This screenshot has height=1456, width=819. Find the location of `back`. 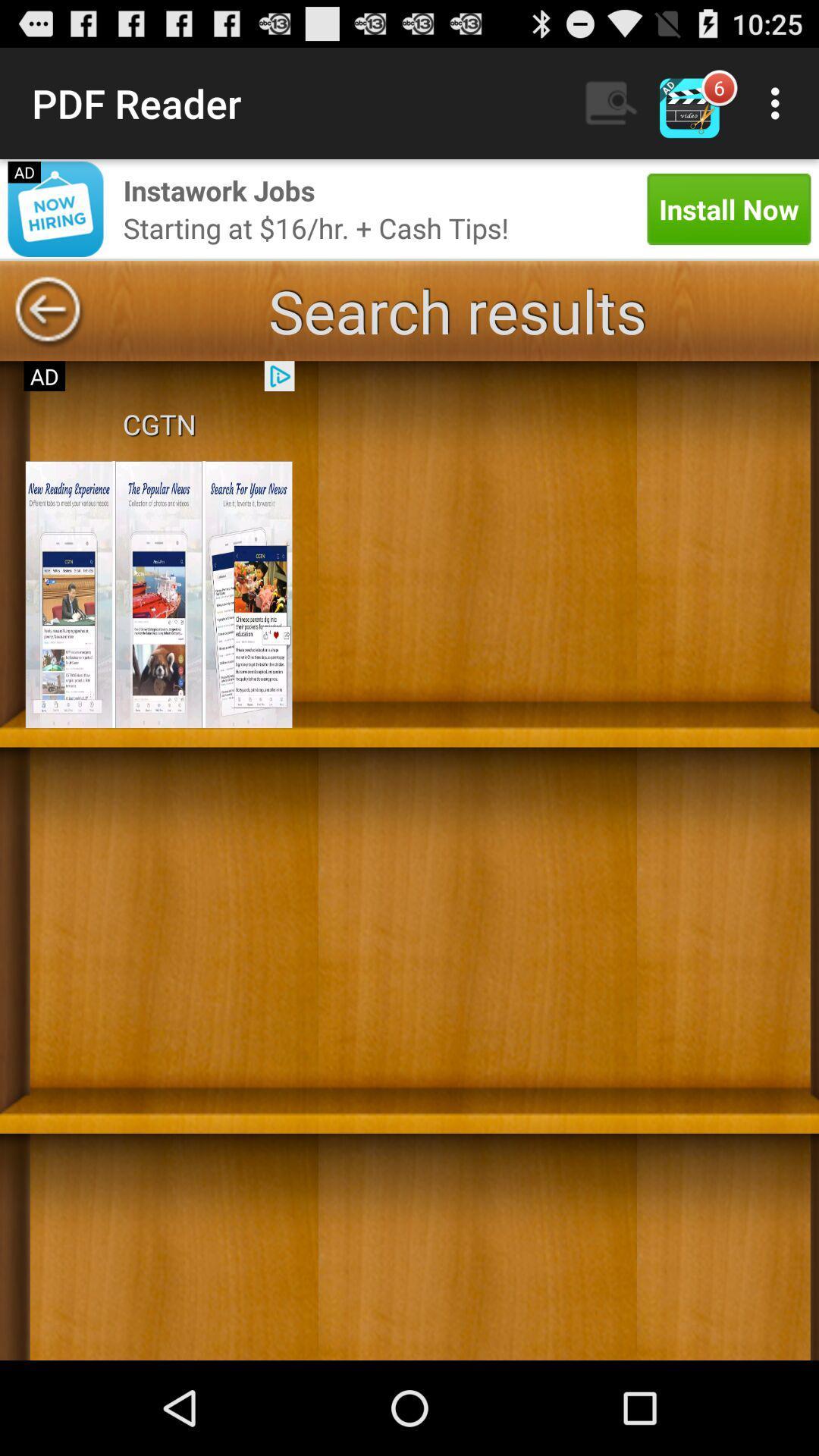

back is located at coordinates (46, 310).